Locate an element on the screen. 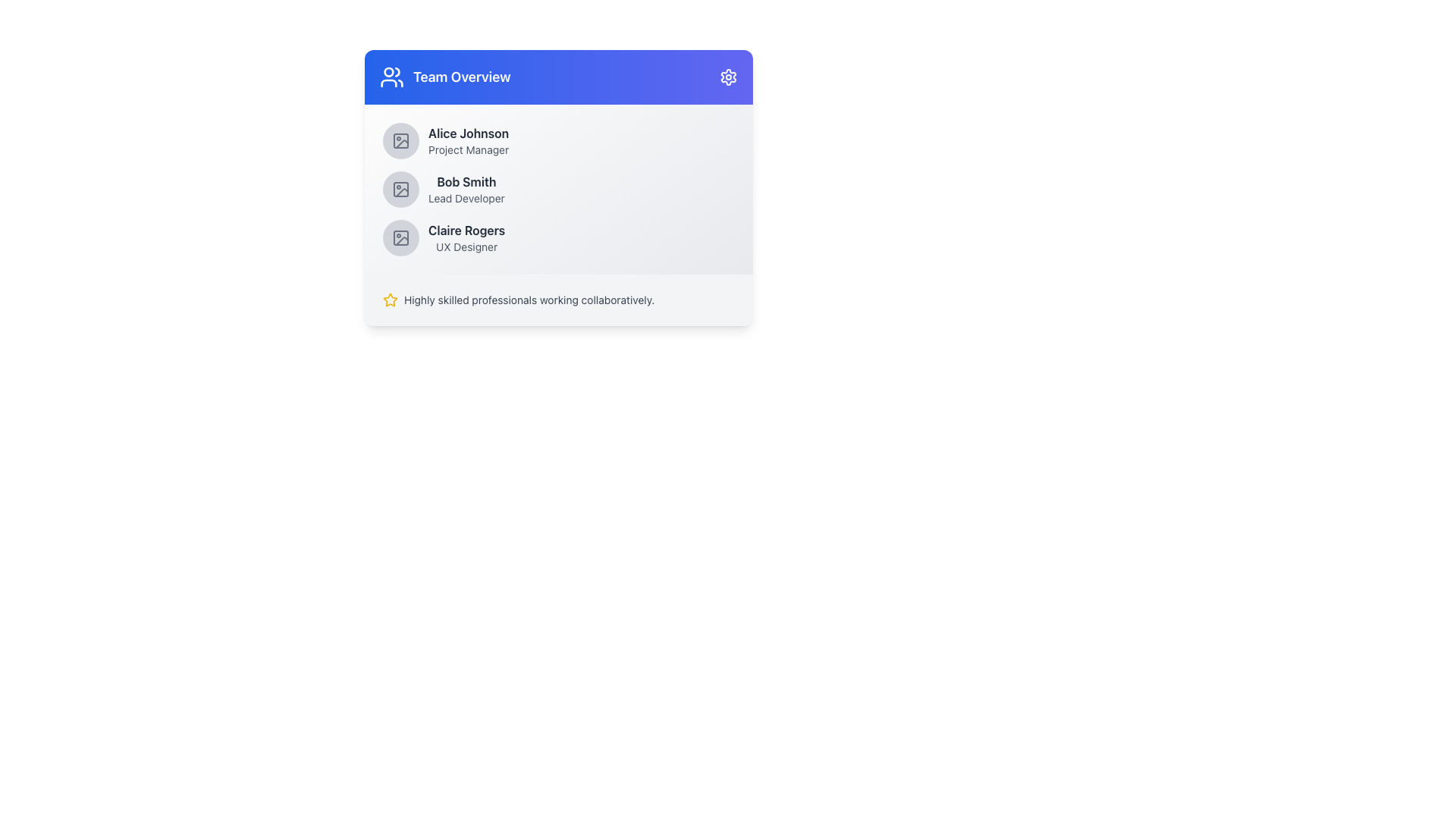 This screenshot has height=819, width=1456. the user avatar icon for 'Bob Smith, Lead Developer' located in the 'Team Overview' section is located at coordinates (400, 189).